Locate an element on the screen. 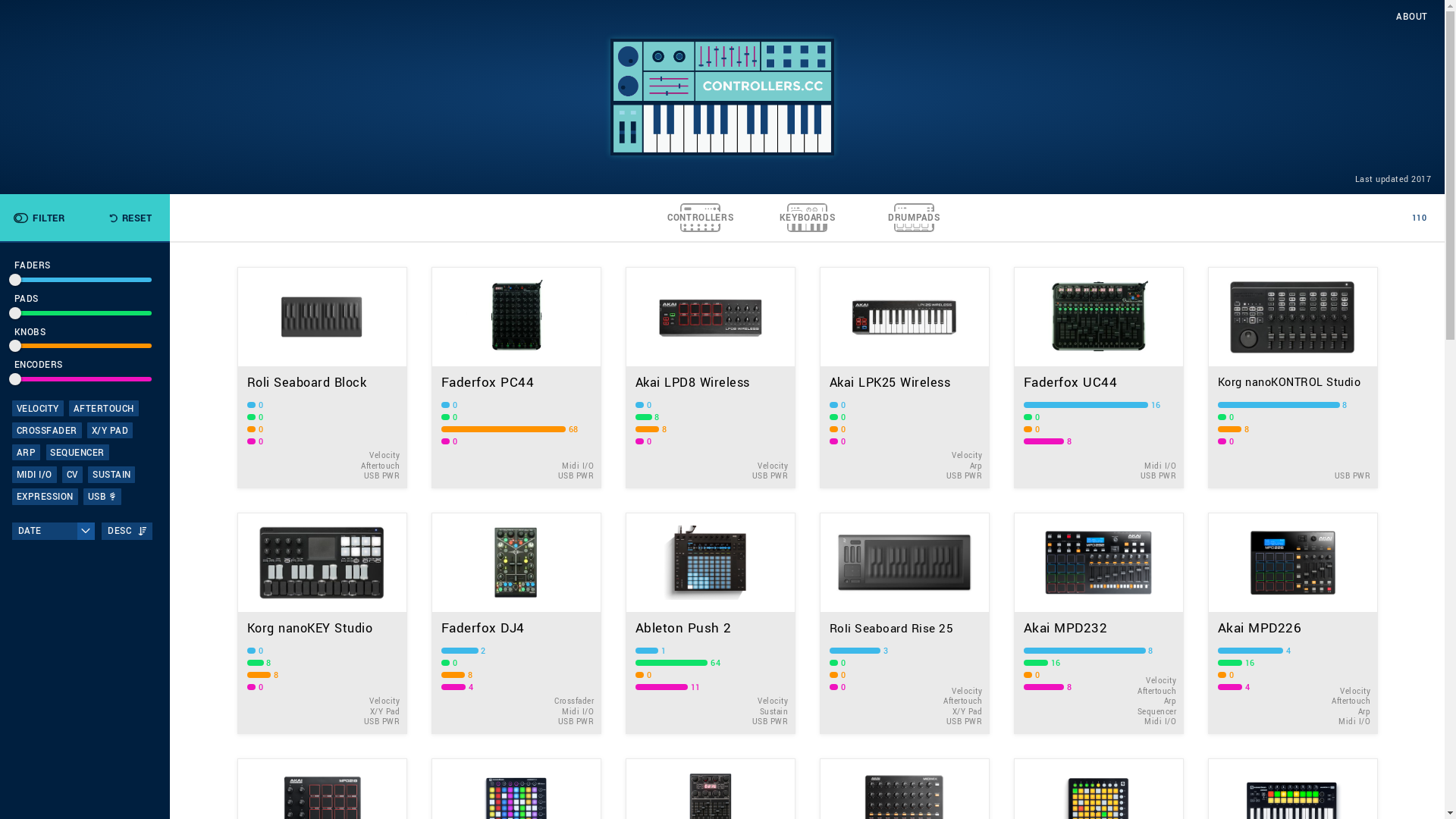 The width and height of the screenshot is (1456, 819). 'AFTERTOUCH' is located at coordinates (103, 407).